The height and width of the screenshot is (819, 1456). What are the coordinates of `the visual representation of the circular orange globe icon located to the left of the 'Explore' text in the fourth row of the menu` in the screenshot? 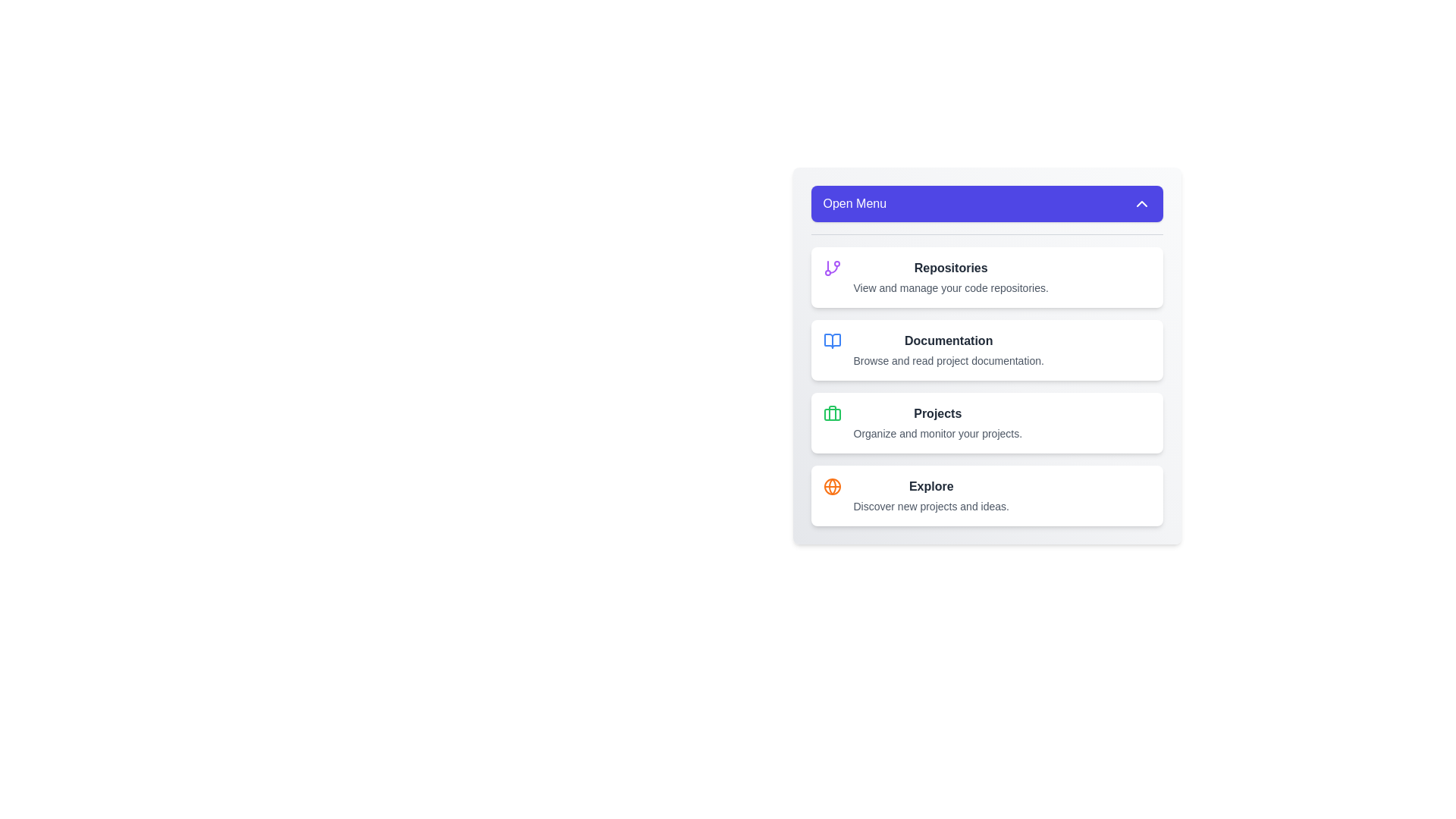 It's located at (831, 486).